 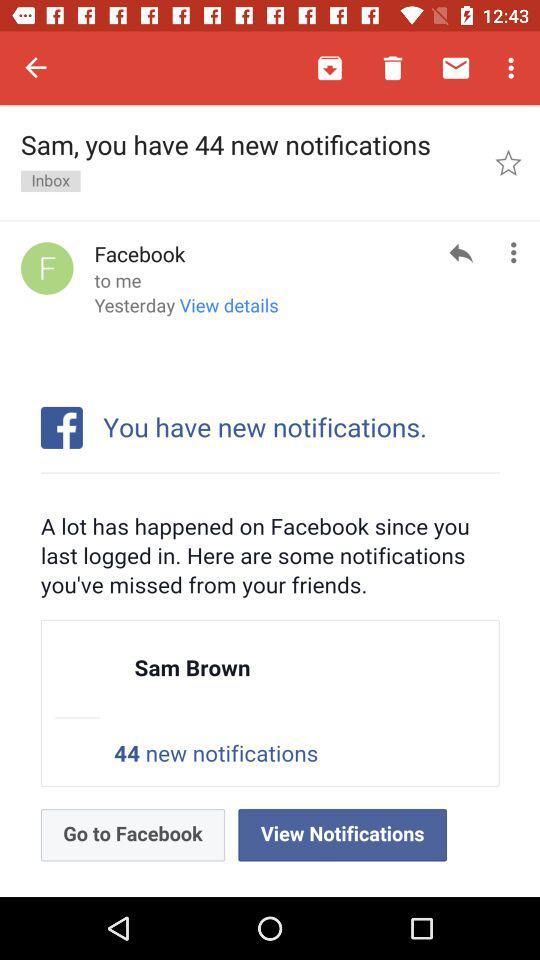 I want to click on the item next to the yesterday view details, so click(x=461, y=251).